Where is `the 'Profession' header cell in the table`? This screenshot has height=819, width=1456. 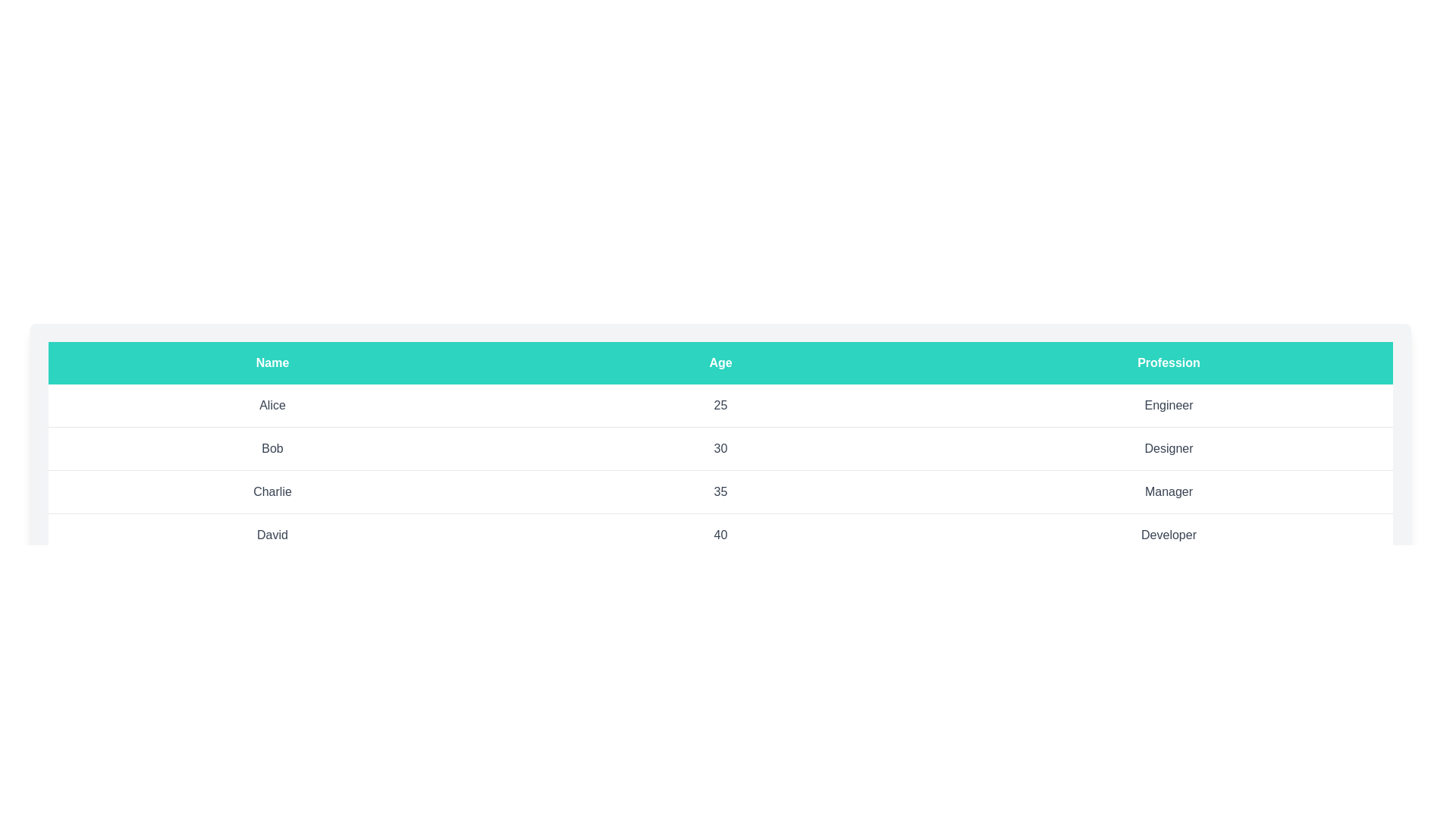
the 'Profession' header cell in the table is located at coordinates (1168, 362).